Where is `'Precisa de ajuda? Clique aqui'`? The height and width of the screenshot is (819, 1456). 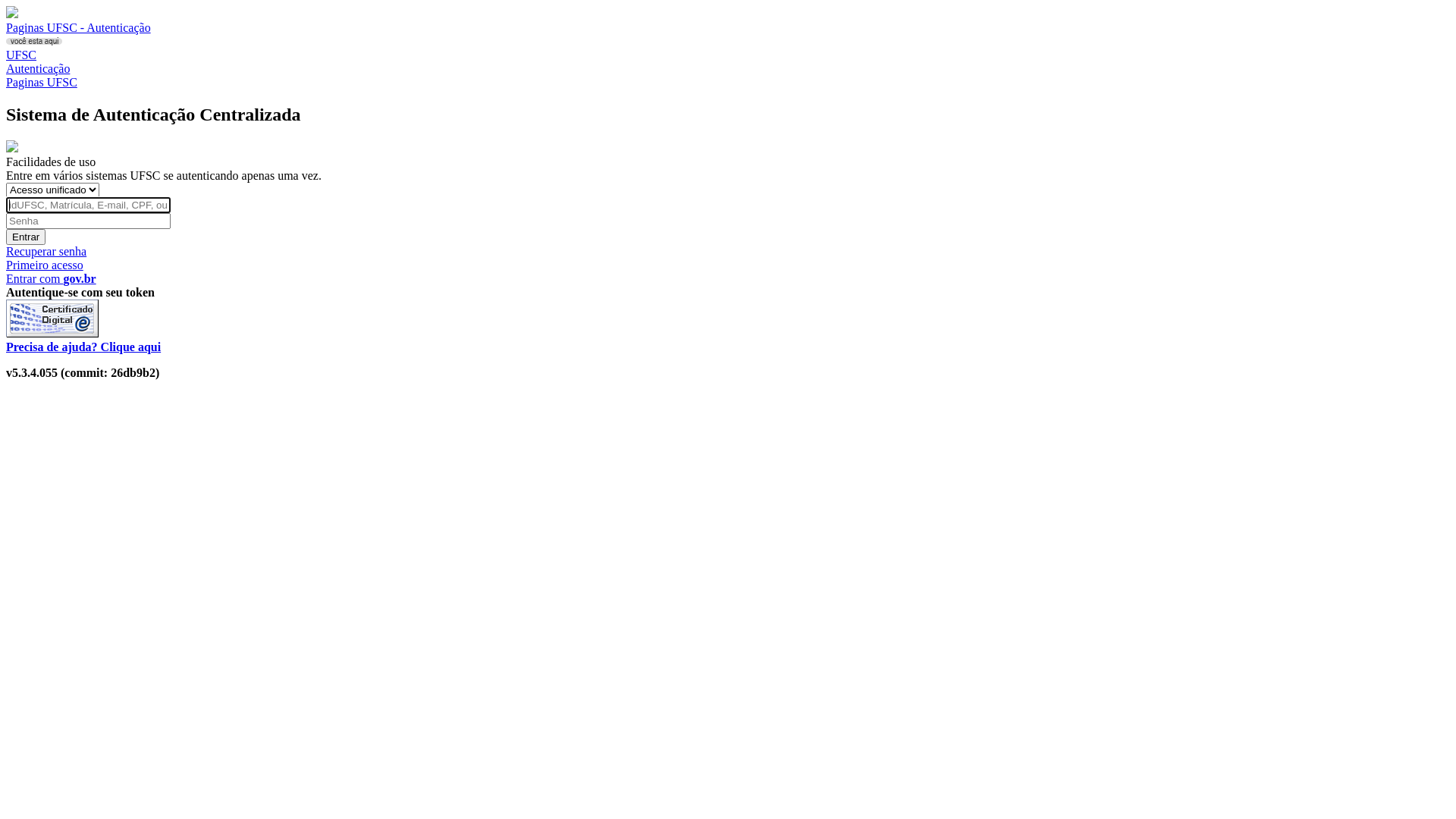
'Precisa de ajuda? Clique aqui' is located at coordinates (83, 347).